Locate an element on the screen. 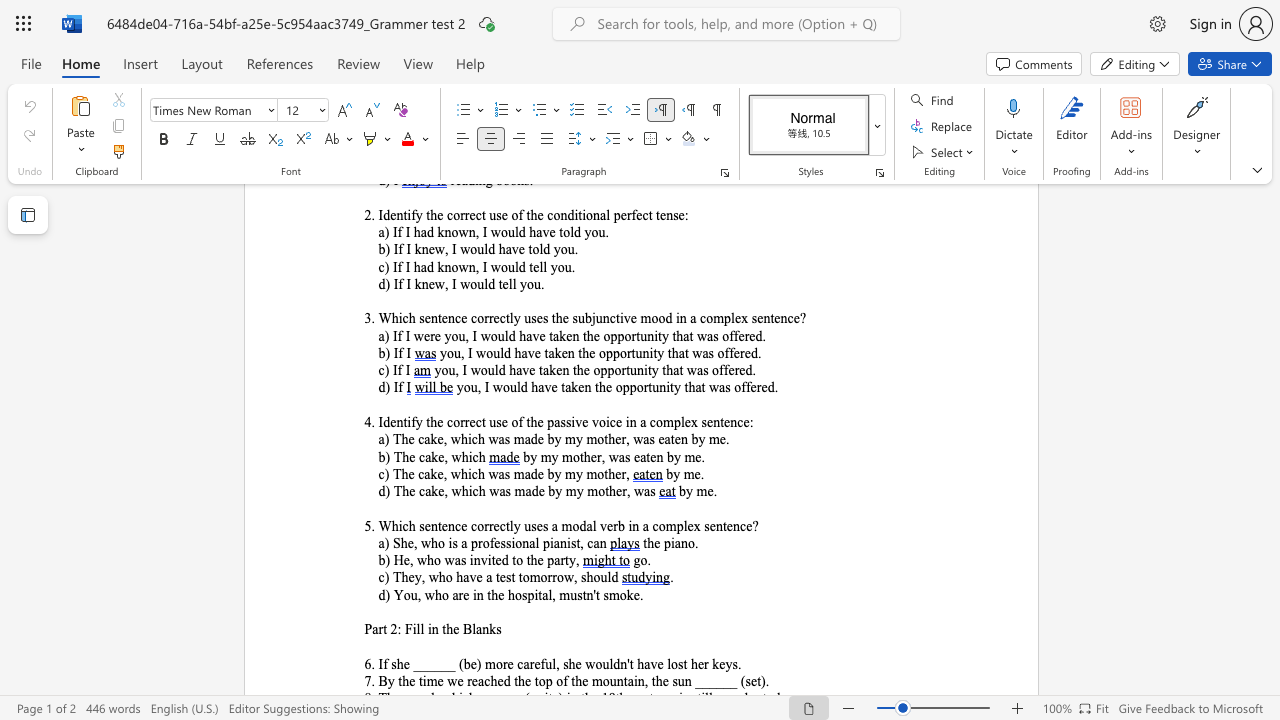  the subset text "the mountain, the sun ____" within the text "7. By the time we reached the top of the mountain, the sun ______ (set)." is located at coordinates (570, 680).